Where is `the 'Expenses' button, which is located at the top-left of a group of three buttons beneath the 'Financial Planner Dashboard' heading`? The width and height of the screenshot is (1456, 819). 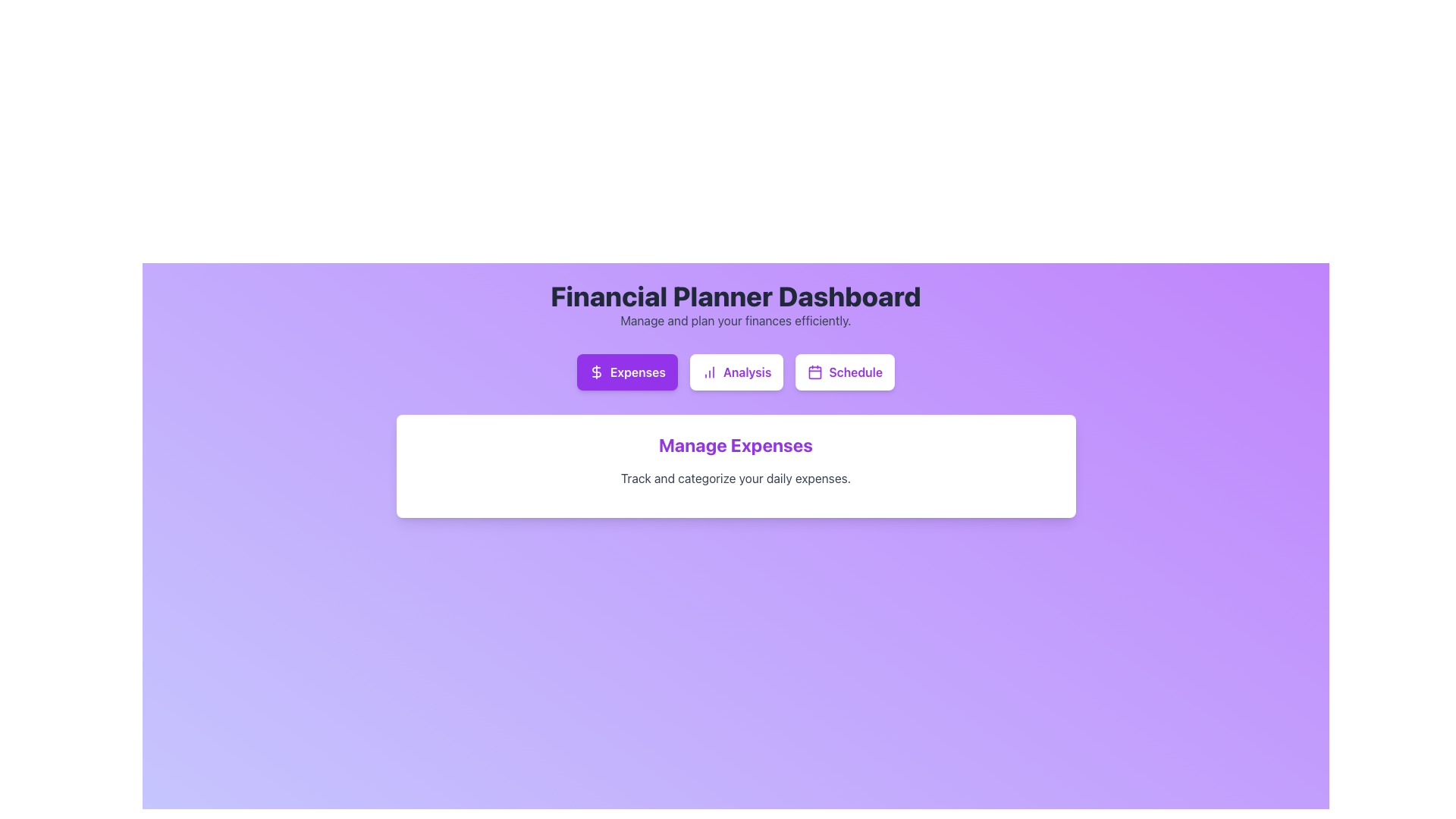 the 'Expenses' button, which is located at the top-left of a group of three buttons beneath the 'Financial Planner Dashboard' heading is located at coordinates (596, 372).